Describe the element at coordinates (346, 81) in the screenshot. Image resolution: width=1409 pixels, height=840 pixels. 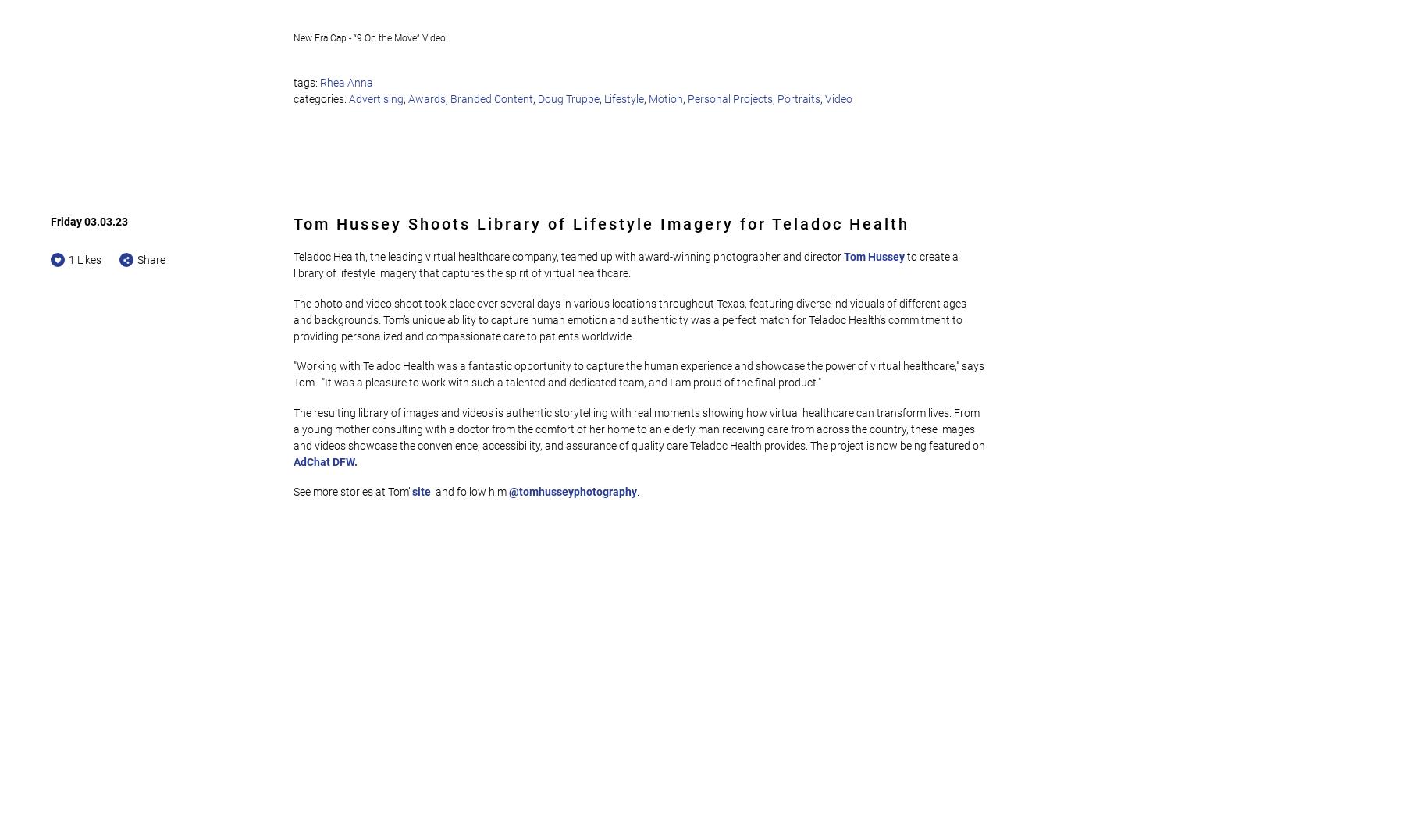
I see `'Rhea Anna'` at that location.